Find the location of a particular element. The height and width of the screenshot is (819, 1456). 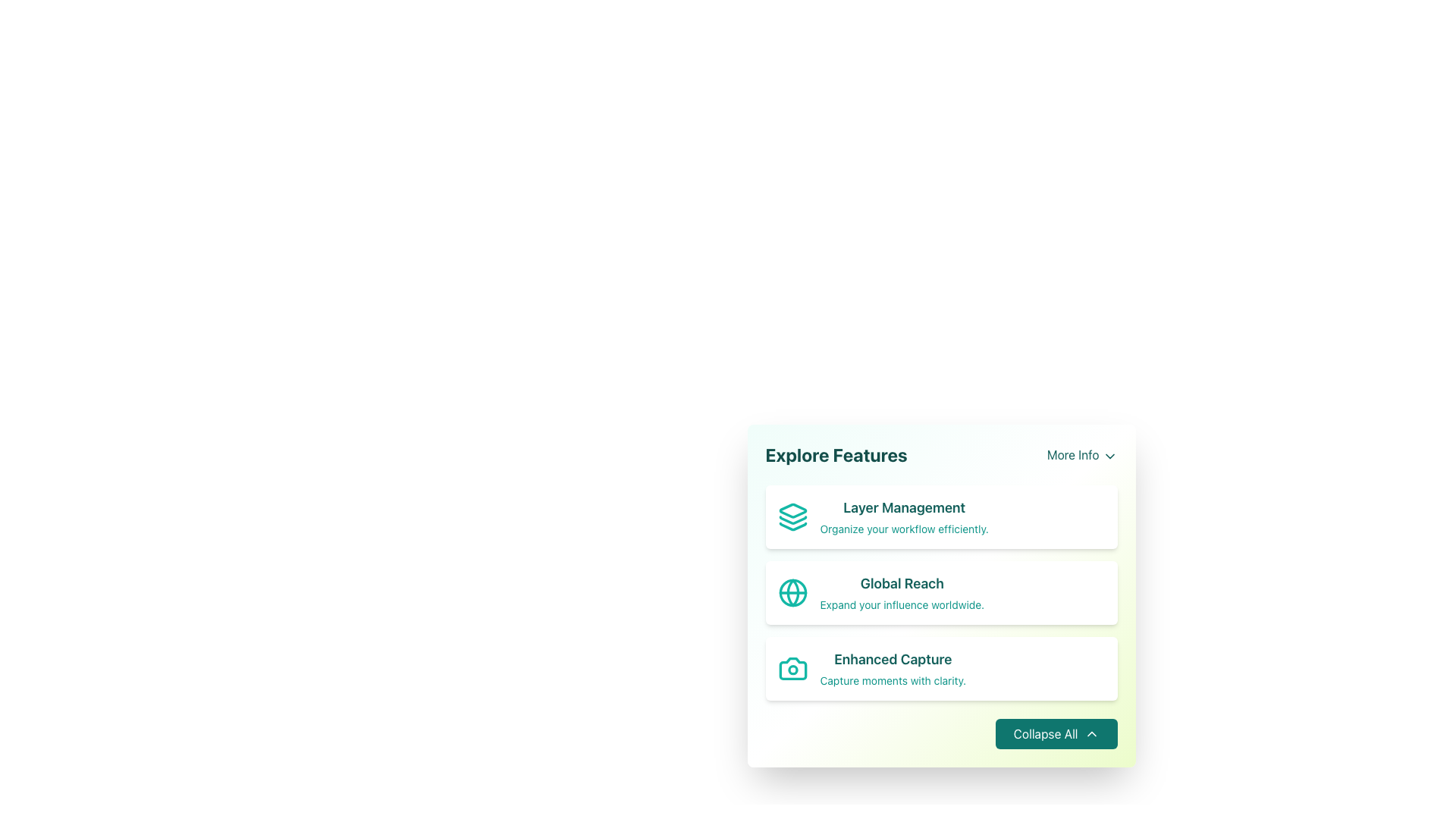

text component featuring the heading 'Enhanced Capture' and the subheading 'Capture moments with clarity.' located within the card layout, positioned between the 'Global Reach' card and the 'Collapse All' button is located at coordinates (893, 668).